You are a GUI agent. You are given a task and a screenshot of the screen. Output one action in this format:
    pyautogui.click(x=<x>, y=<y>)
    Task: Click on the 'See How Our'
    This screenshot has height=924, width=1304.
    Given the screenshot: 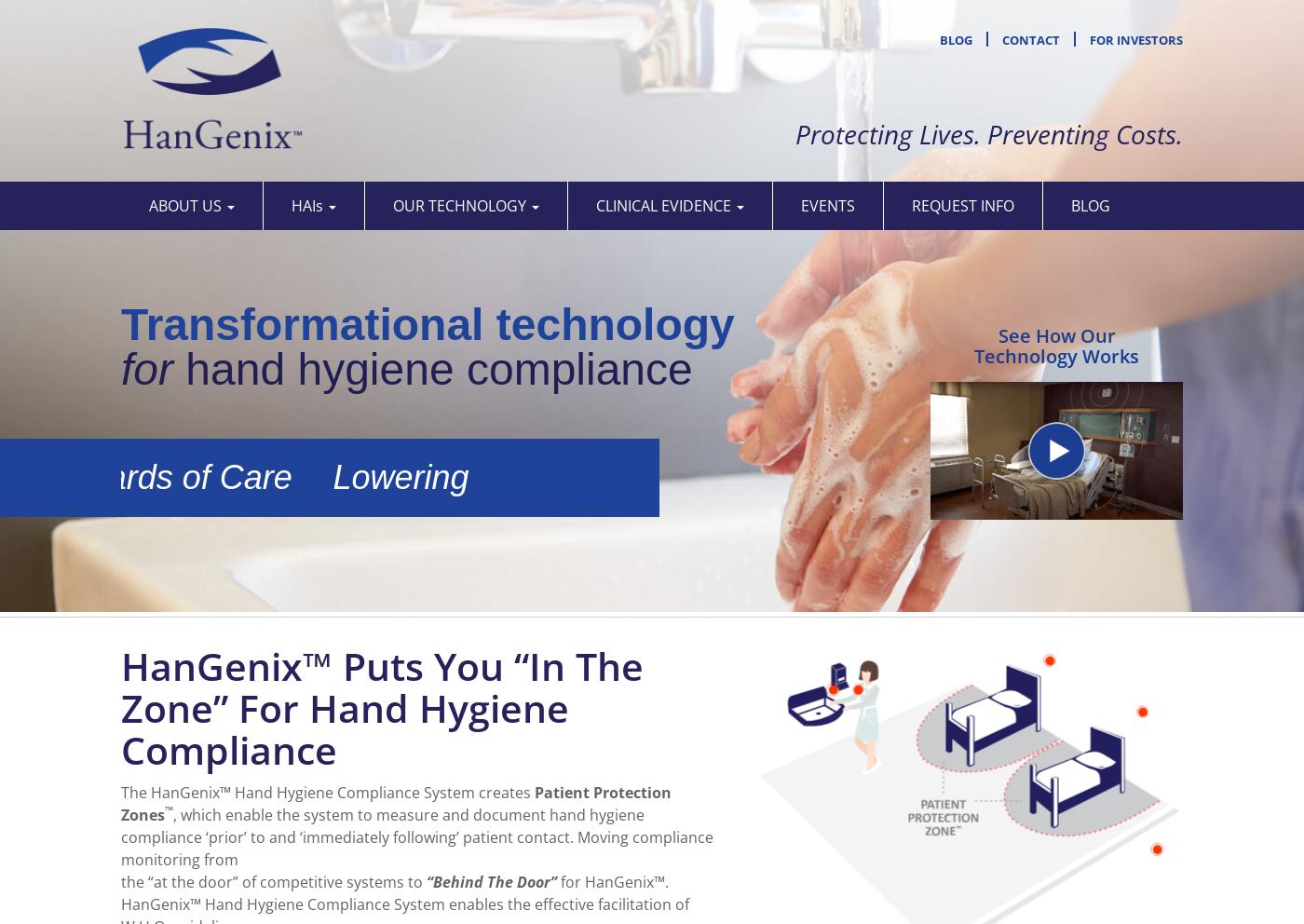 What is the action you would take?
    pyautogui.click(x=1056, y=334)
    